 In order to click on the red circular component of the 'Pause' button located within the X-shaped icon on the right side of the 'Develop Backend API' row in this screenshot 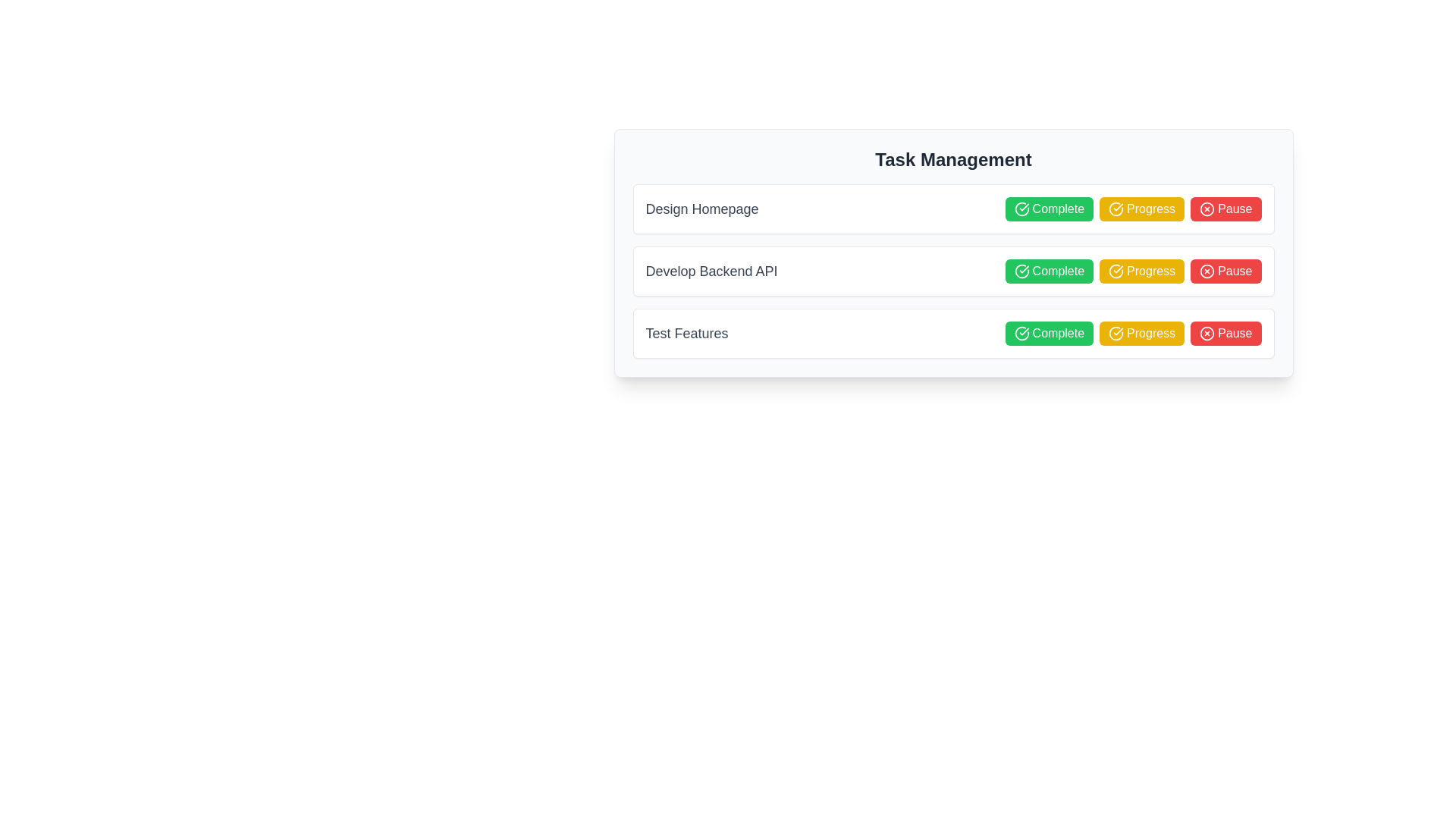, I will do `click(1207, 271)`.